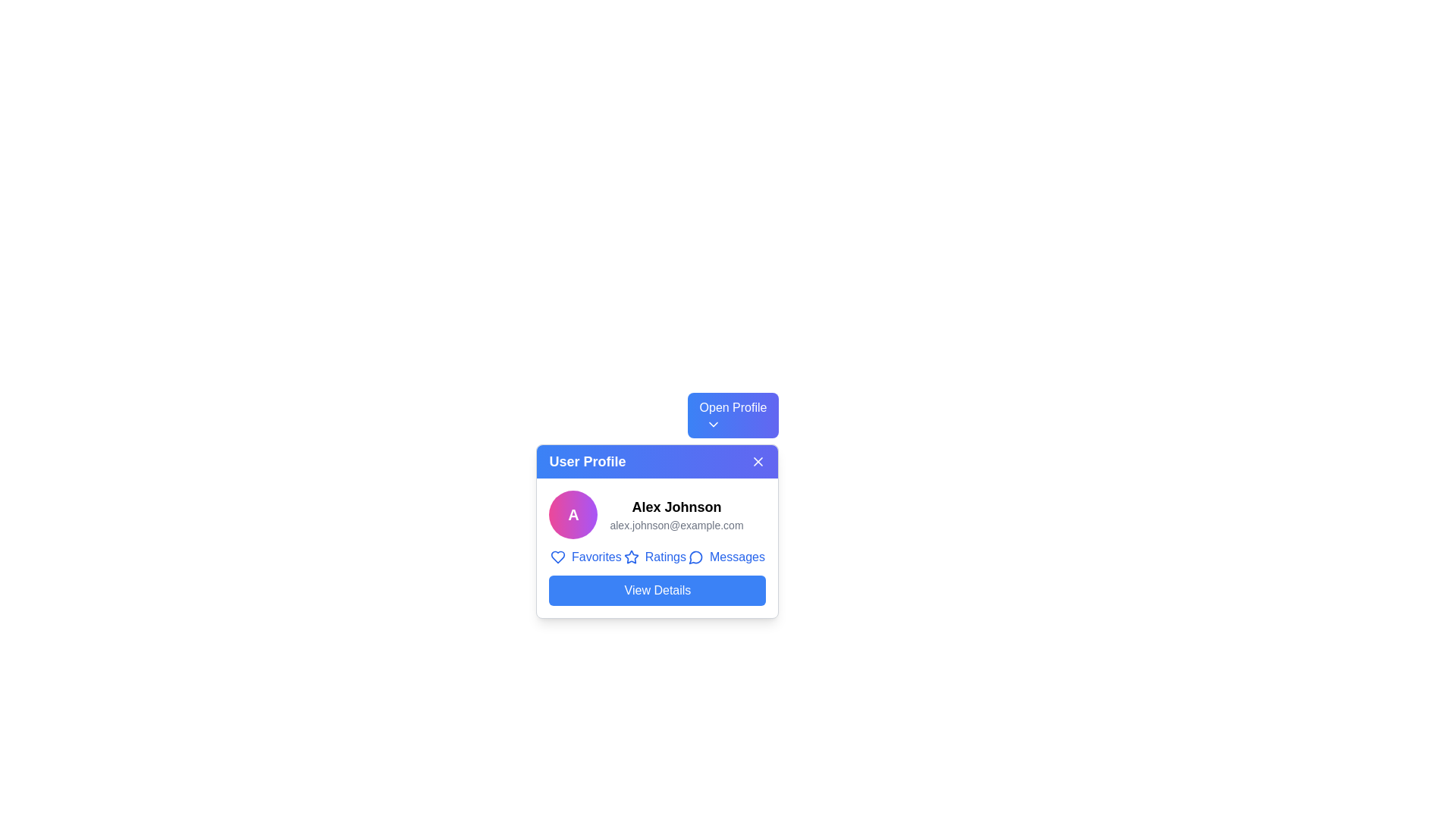 Image resolution: width=1456 pixels, height=819 pixels. What do you see at coordinates (657, 590) in the screenshot?
I see `the blue rectangular button labeled 'View Details' located at the bottom of the user profile card` at bounding box center [657, 590].